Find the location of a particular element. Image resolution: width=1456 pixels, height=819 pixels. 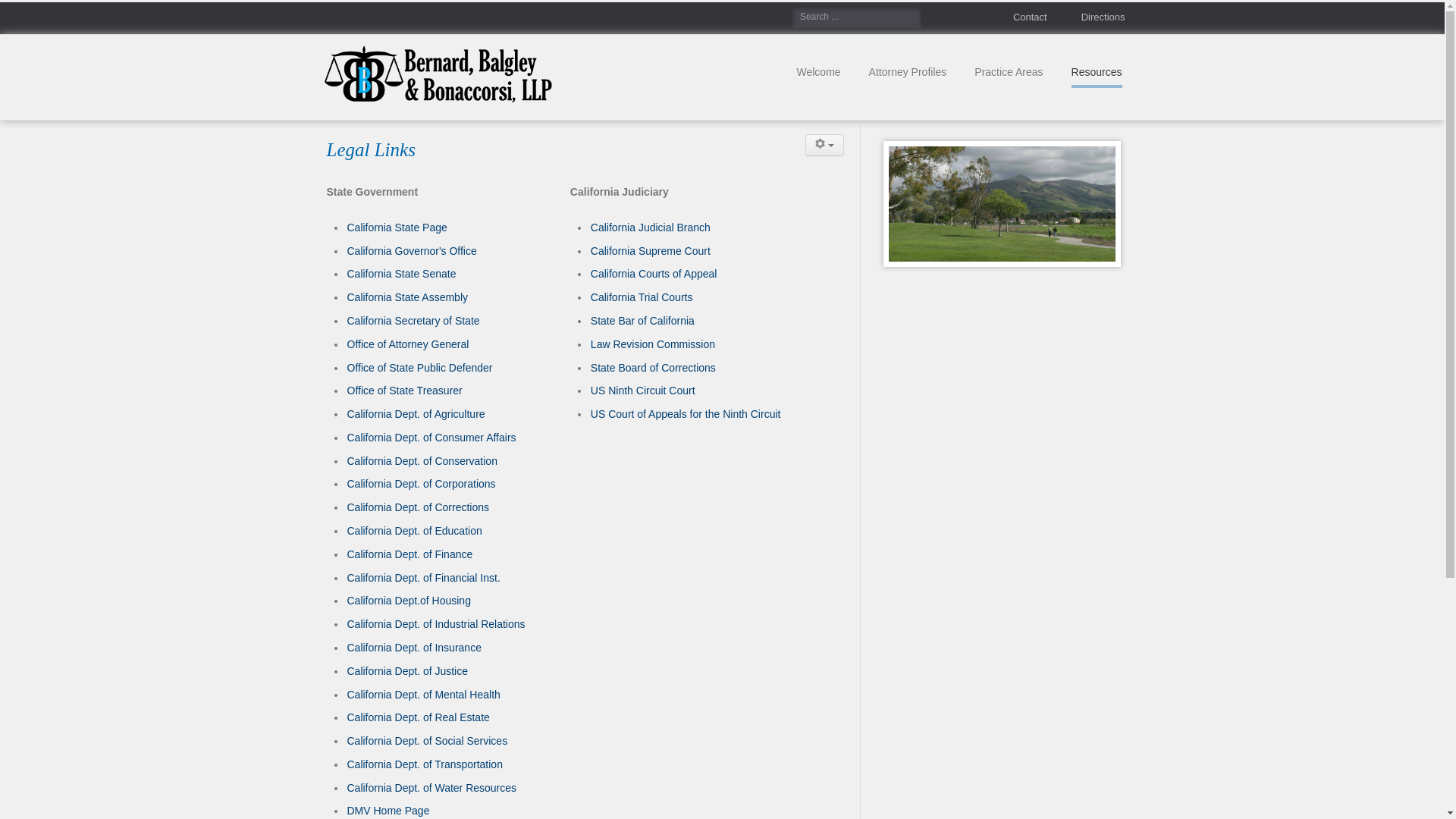

'US Court of Appeals for the Ninth Circuit' is located at coordinates (685, 414).